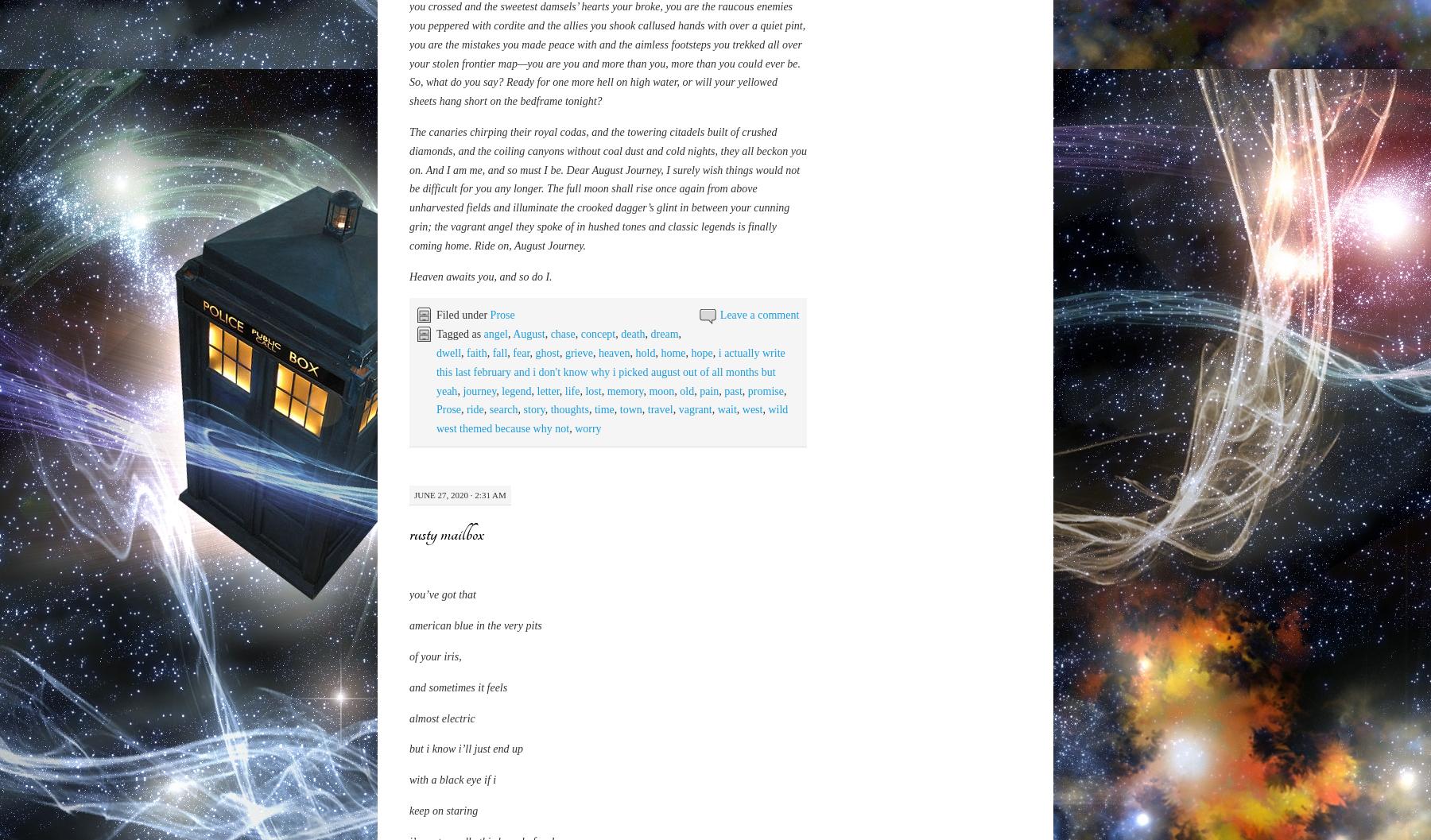  What do you see at coordinates (635, 708) in the screenshot?
I see `'hold'` at bounding box center [635, 708].